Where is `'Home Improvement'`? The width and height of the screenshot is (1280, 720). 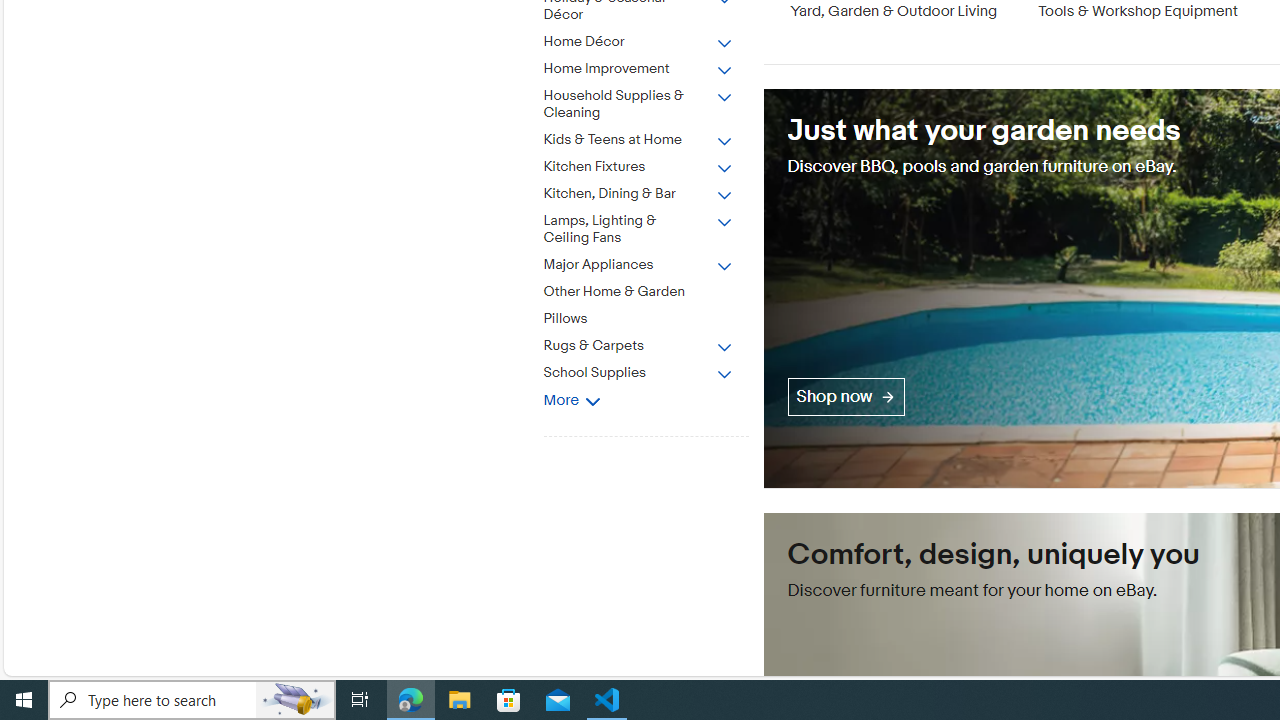 'Home Improvement' is located at coordinates (653, 64).